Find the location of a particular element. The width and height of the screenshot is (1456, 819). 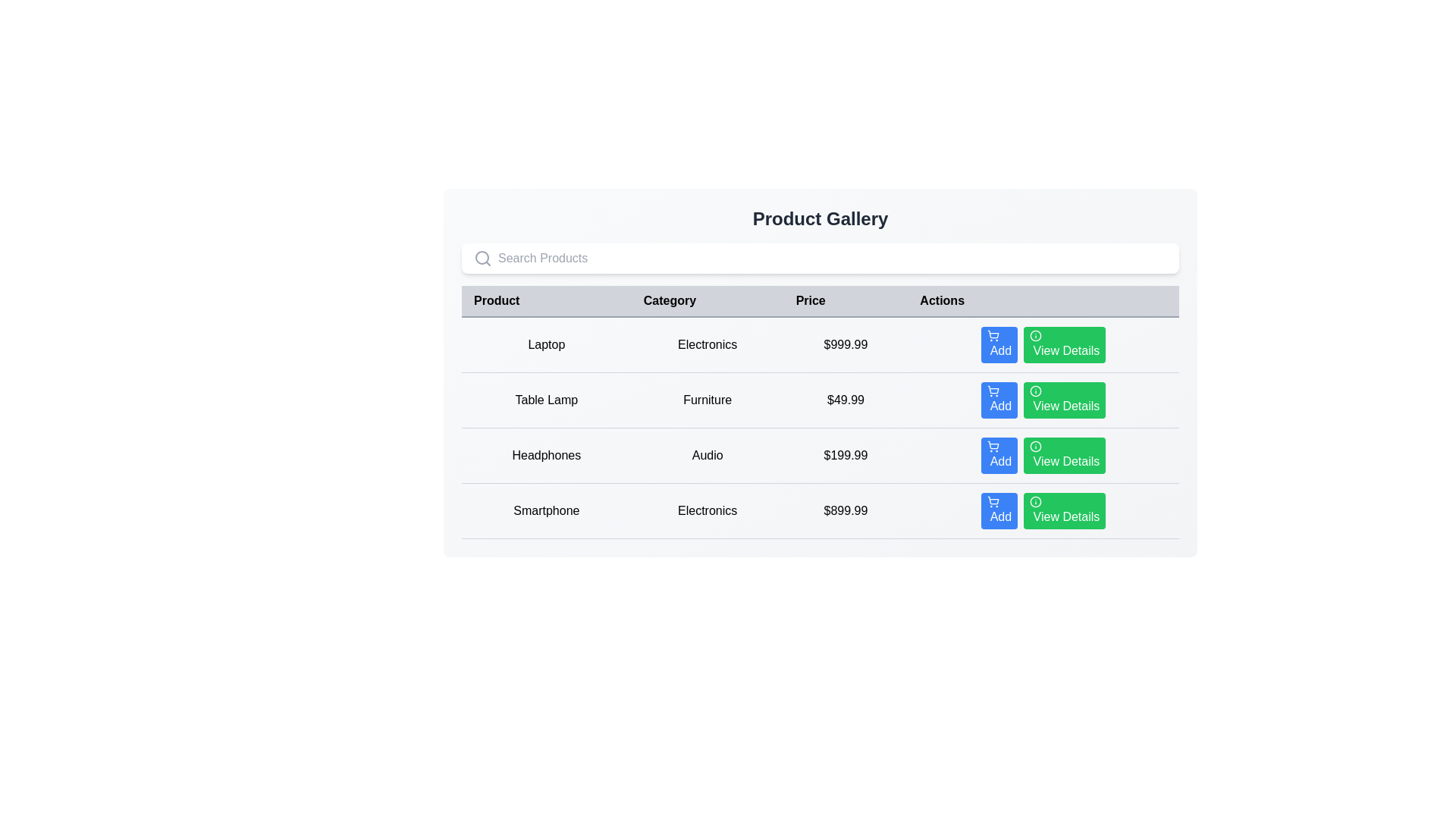

the add-to-cart icon located on the blue 'Add' button in the 'Actions' column of the second row of the product table is located at coordinates (993, 391).